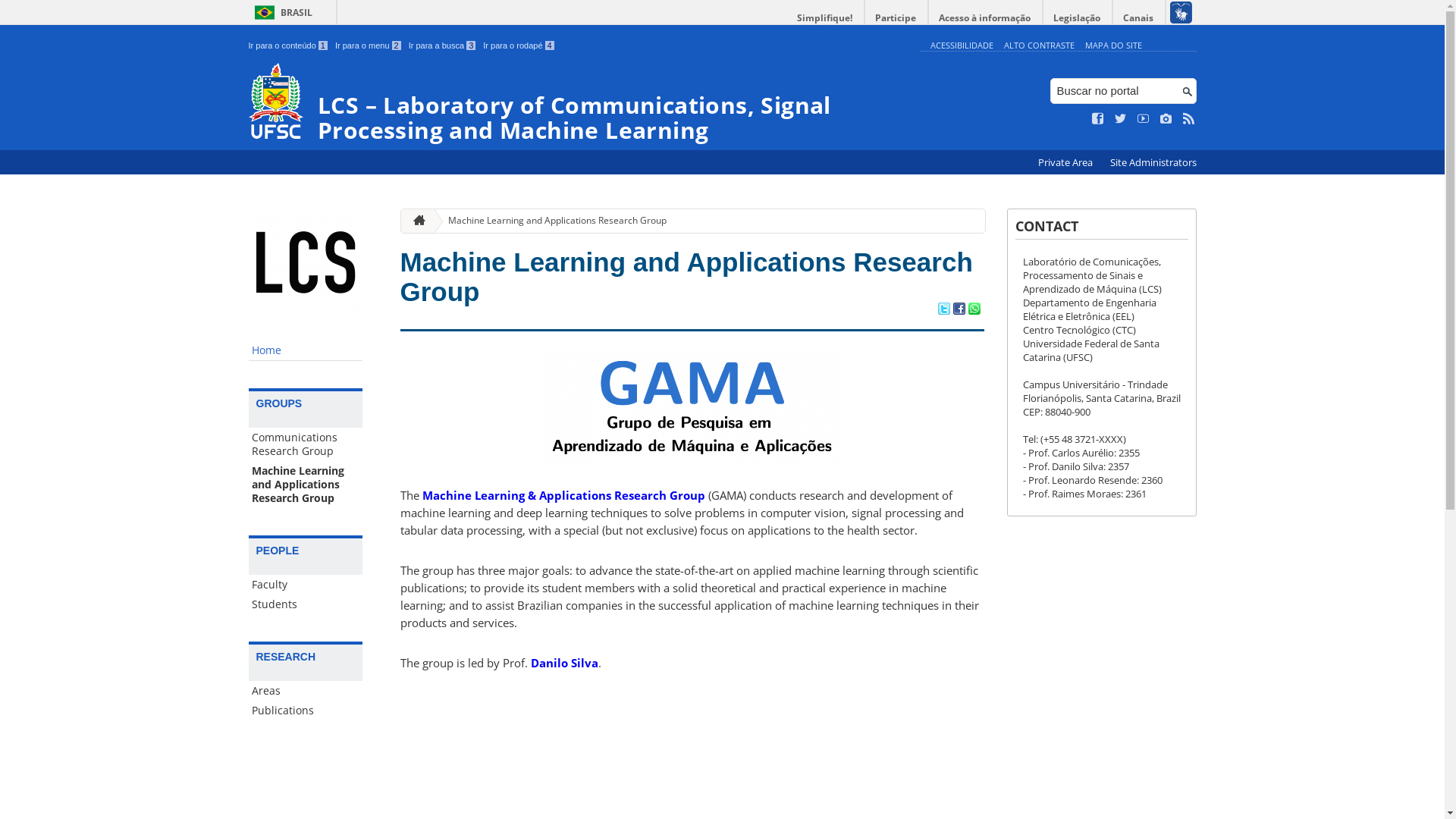 Image resolution: width=1456 pixels, height=819 pixels. What do you see at coordinates (441, 45) in the screenshot?
I see `'Ir para a busca 3'` at bounding box center [441, 45].